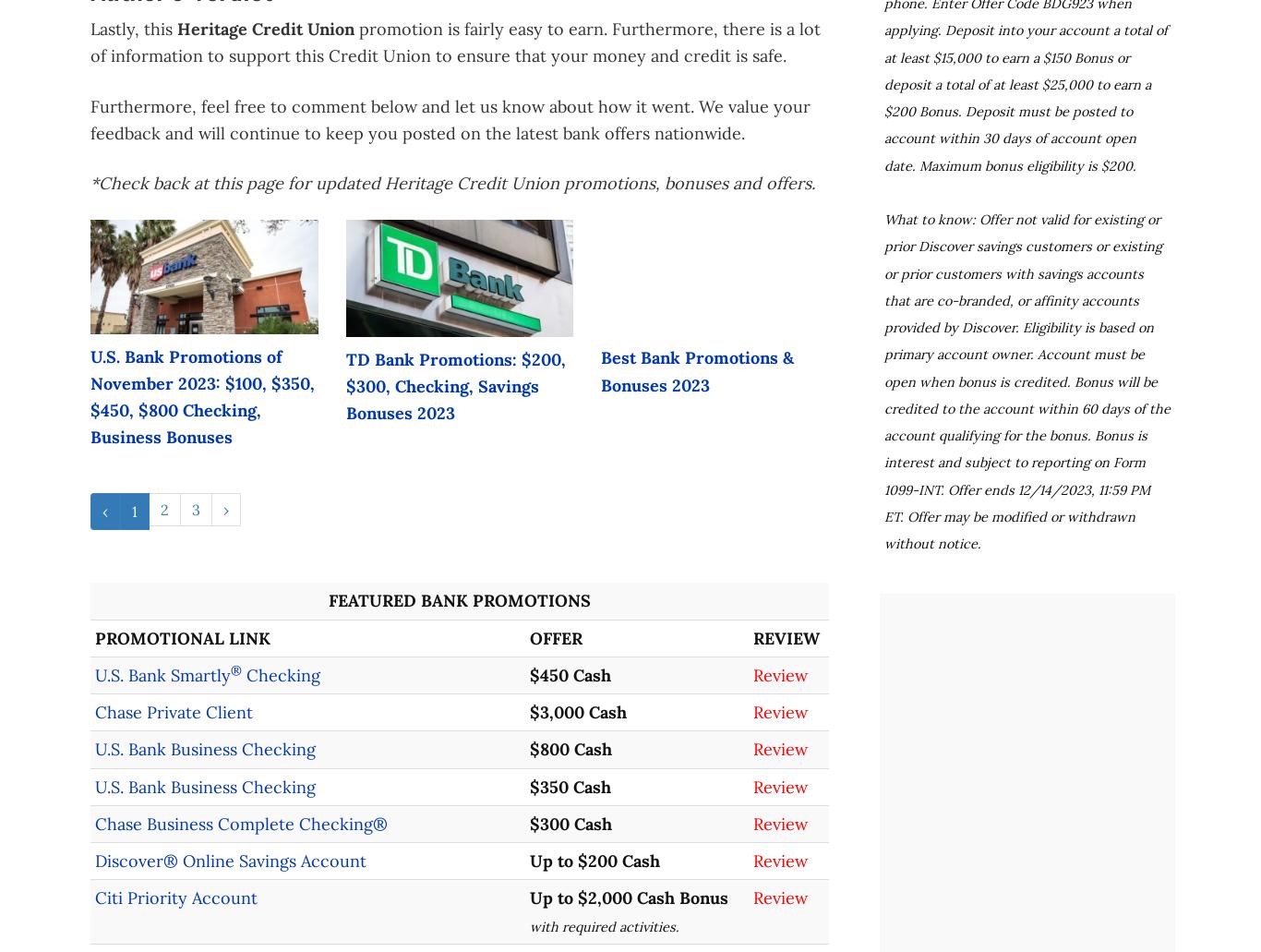  I want to click on 'What to know: Offer not valid for existing or prior Discover savings customers or existing or prior customers with savings accounts that are co-branded, or affinity accounts provided by Discover. Eligibility is based on primary account owner. Account must be open when bonus is credited. Bonus will be credited to the account within 60 days of the account qualifying for the bonus. Bonus is interest and subject to reporting on Form 1099-INT. Offer ends 12/14/2023, 11:59 PM ET. Offer may be modified or withdrawn without notice.', so click(1027, 381).